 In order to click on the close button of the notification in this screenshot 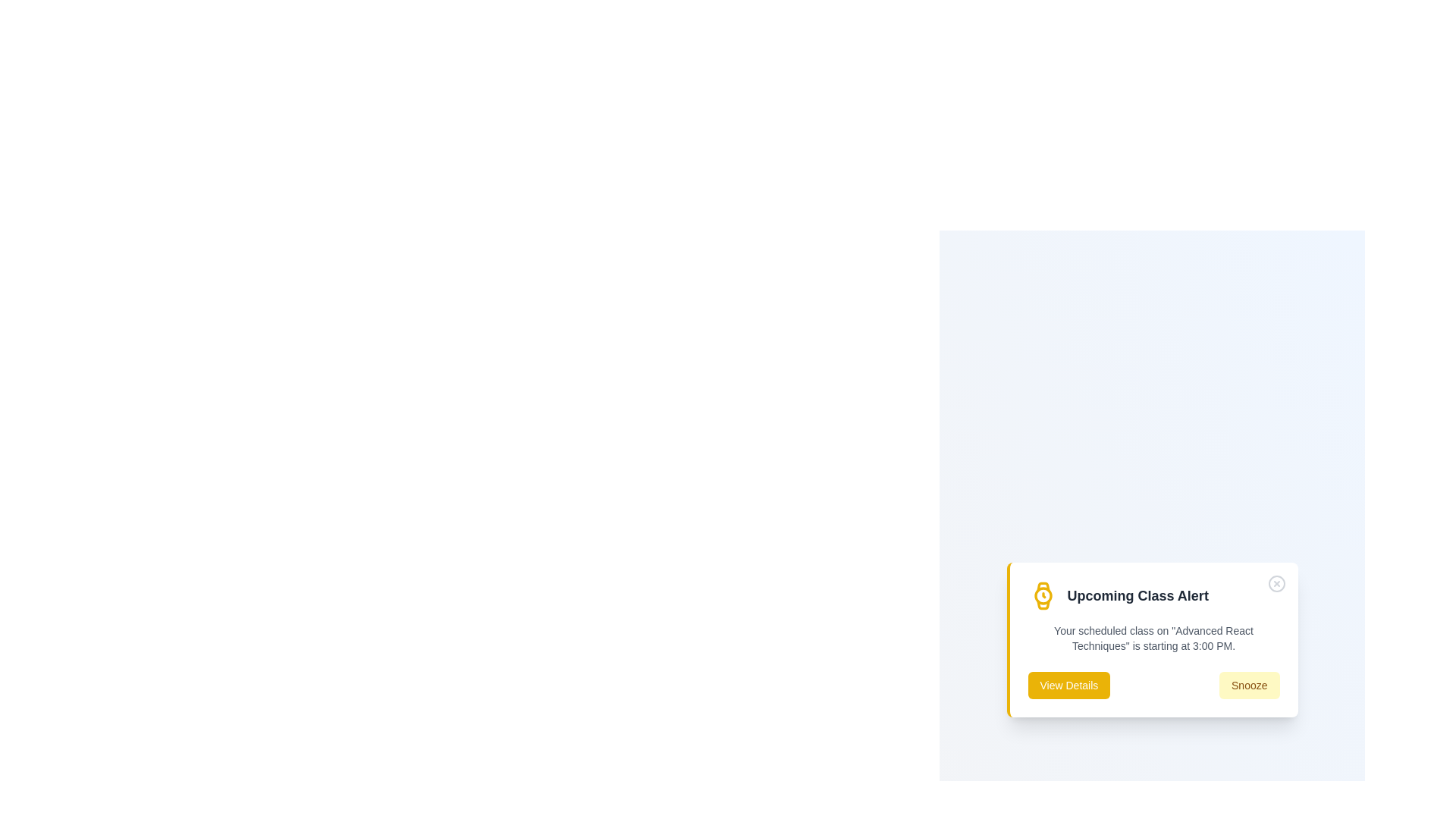, I will do `click(1276, 583)`.